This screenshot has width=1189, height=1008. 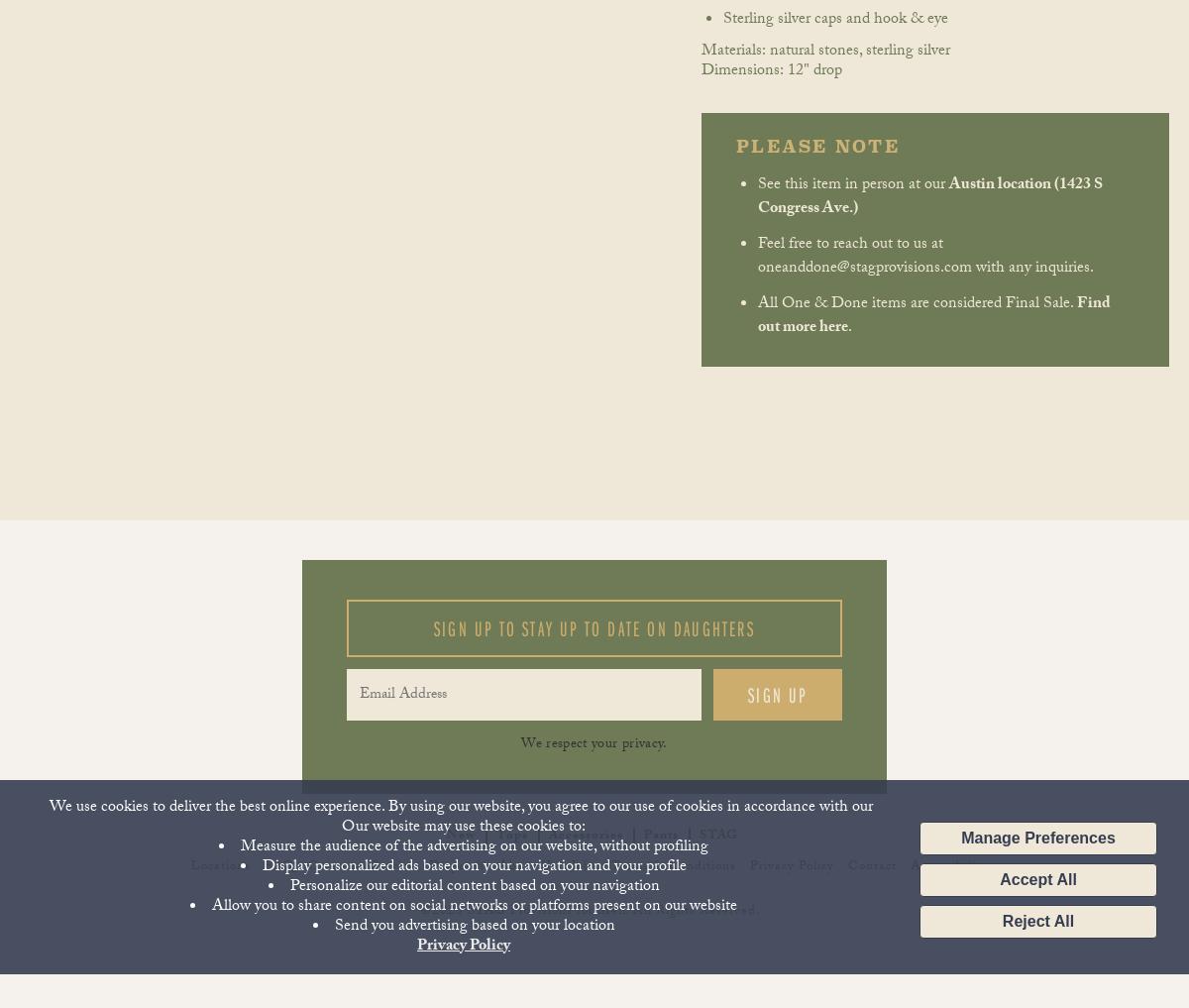 What do you see at coordinates (543, 21) in the screenshot?
I see `'Enter your debit or credit card information'` at bounding box center [543, 21].